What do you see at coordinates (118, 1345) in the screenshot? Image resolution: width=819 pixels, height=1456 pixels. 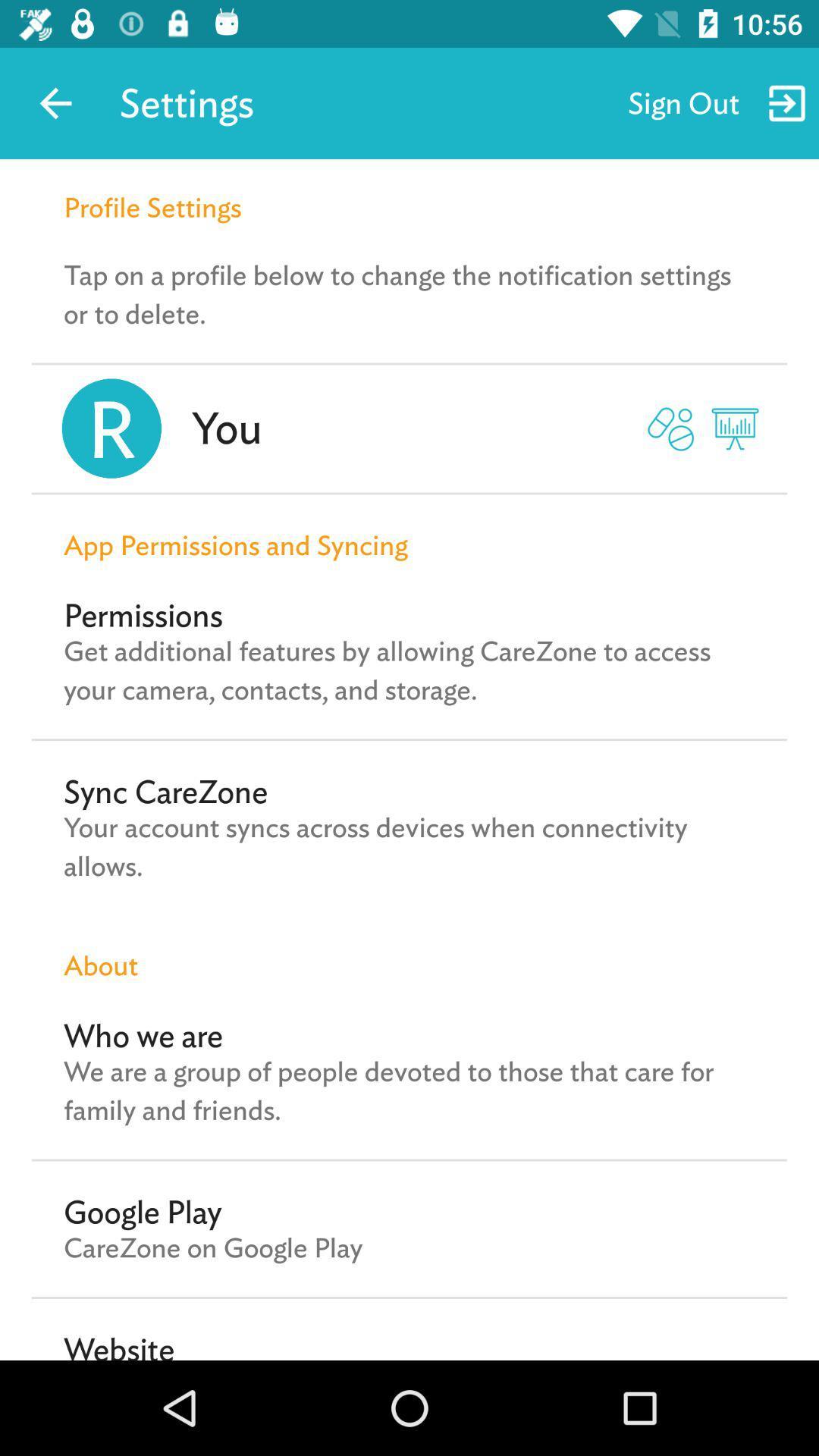 I see `website item` at bounding box center [118, 1345].